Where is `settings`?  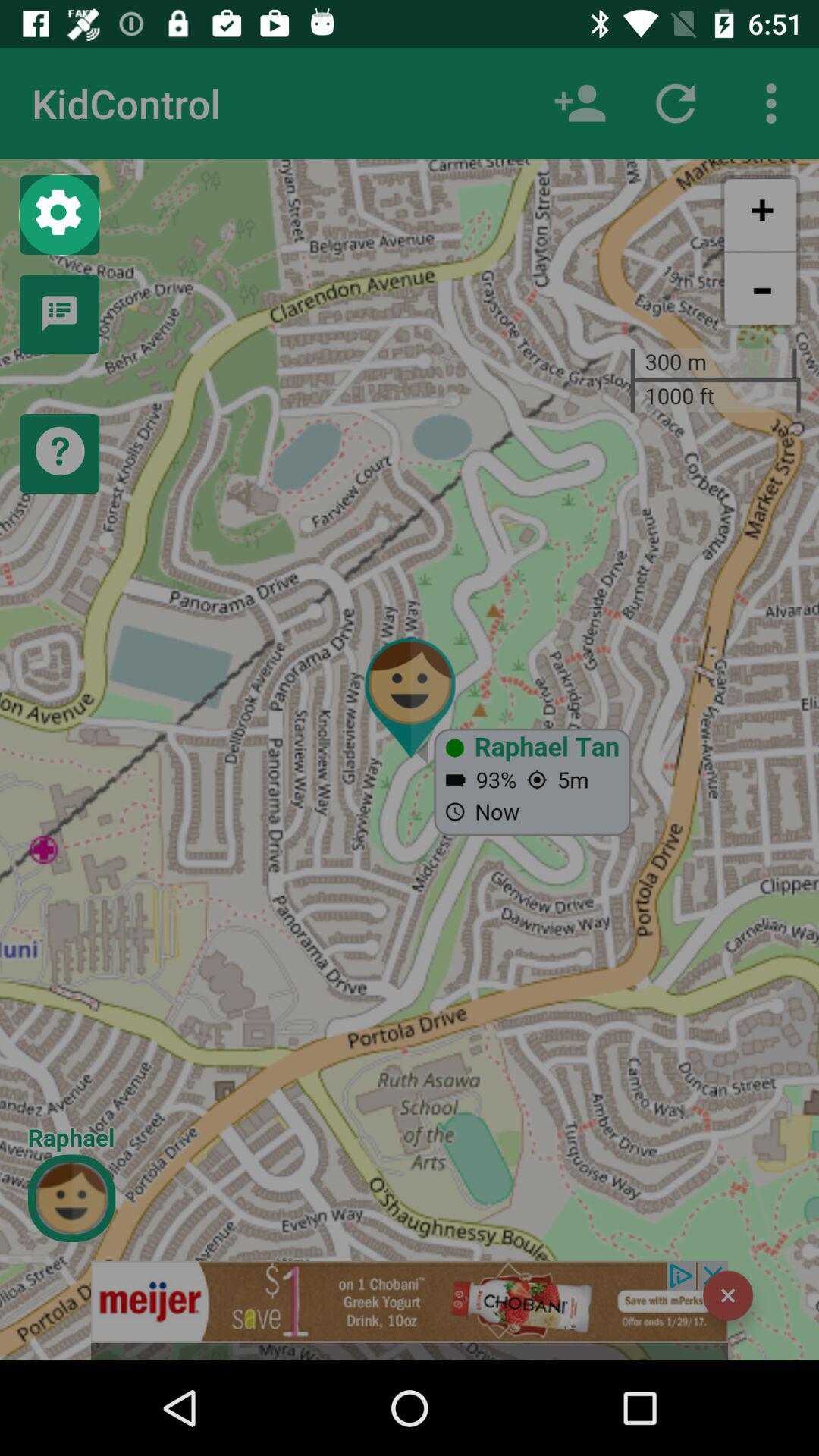 settings is located at coordinates (58, 214).